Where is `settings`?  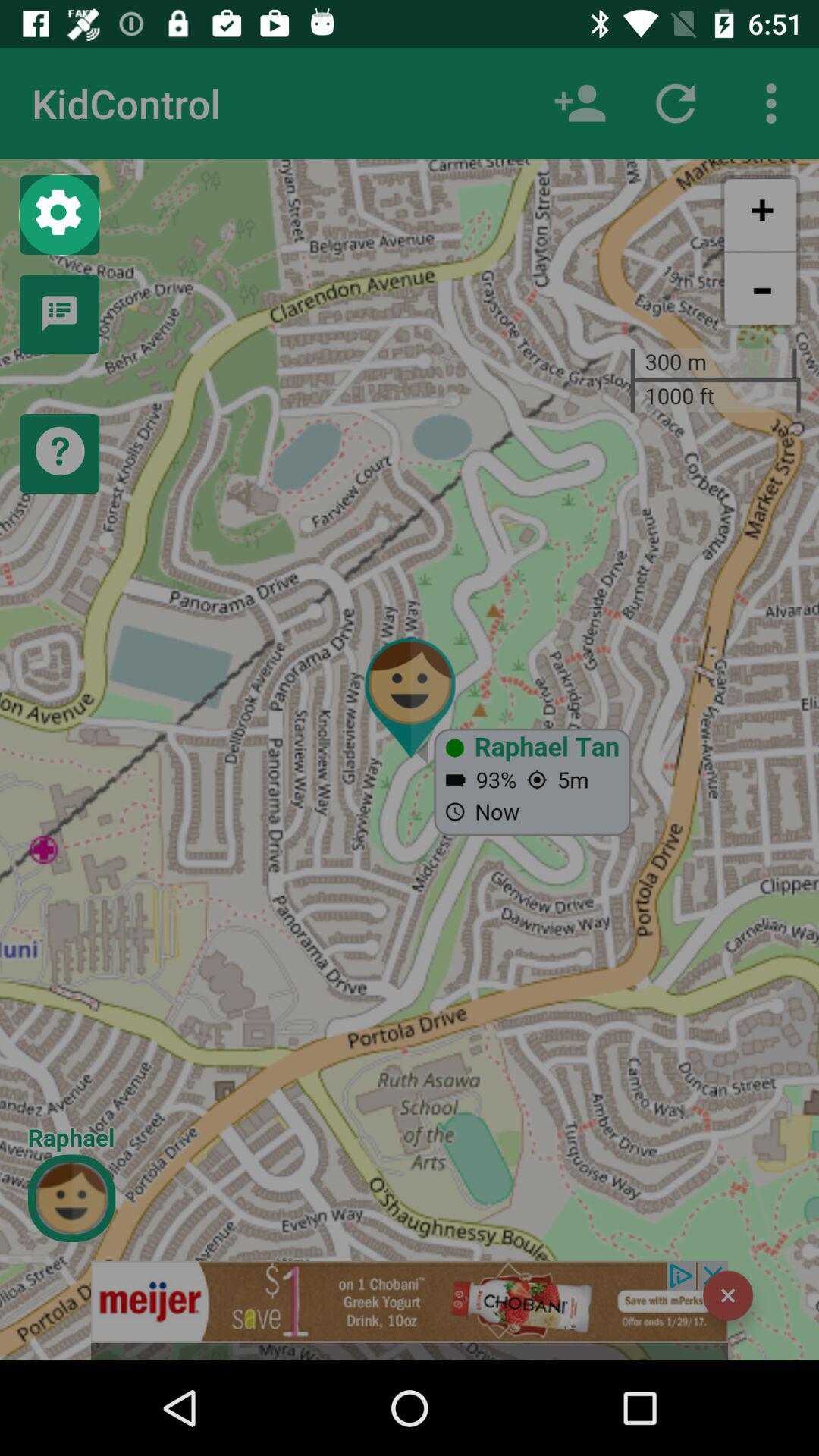 settings is located at coordinates (58, 214).